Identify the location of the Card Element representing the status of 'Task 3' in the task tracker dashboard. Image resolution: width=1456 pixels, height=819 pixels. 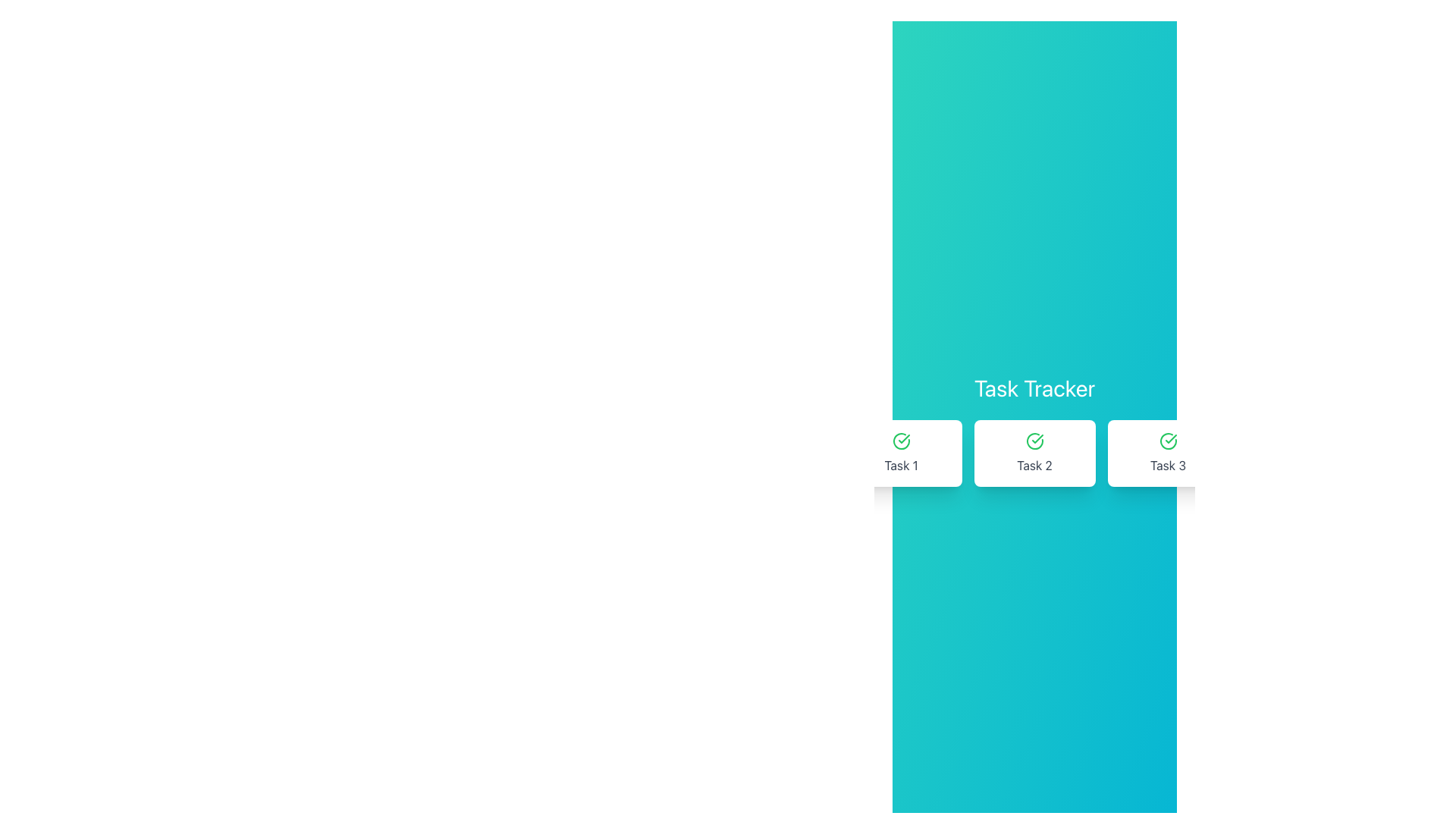
(1167, 452).